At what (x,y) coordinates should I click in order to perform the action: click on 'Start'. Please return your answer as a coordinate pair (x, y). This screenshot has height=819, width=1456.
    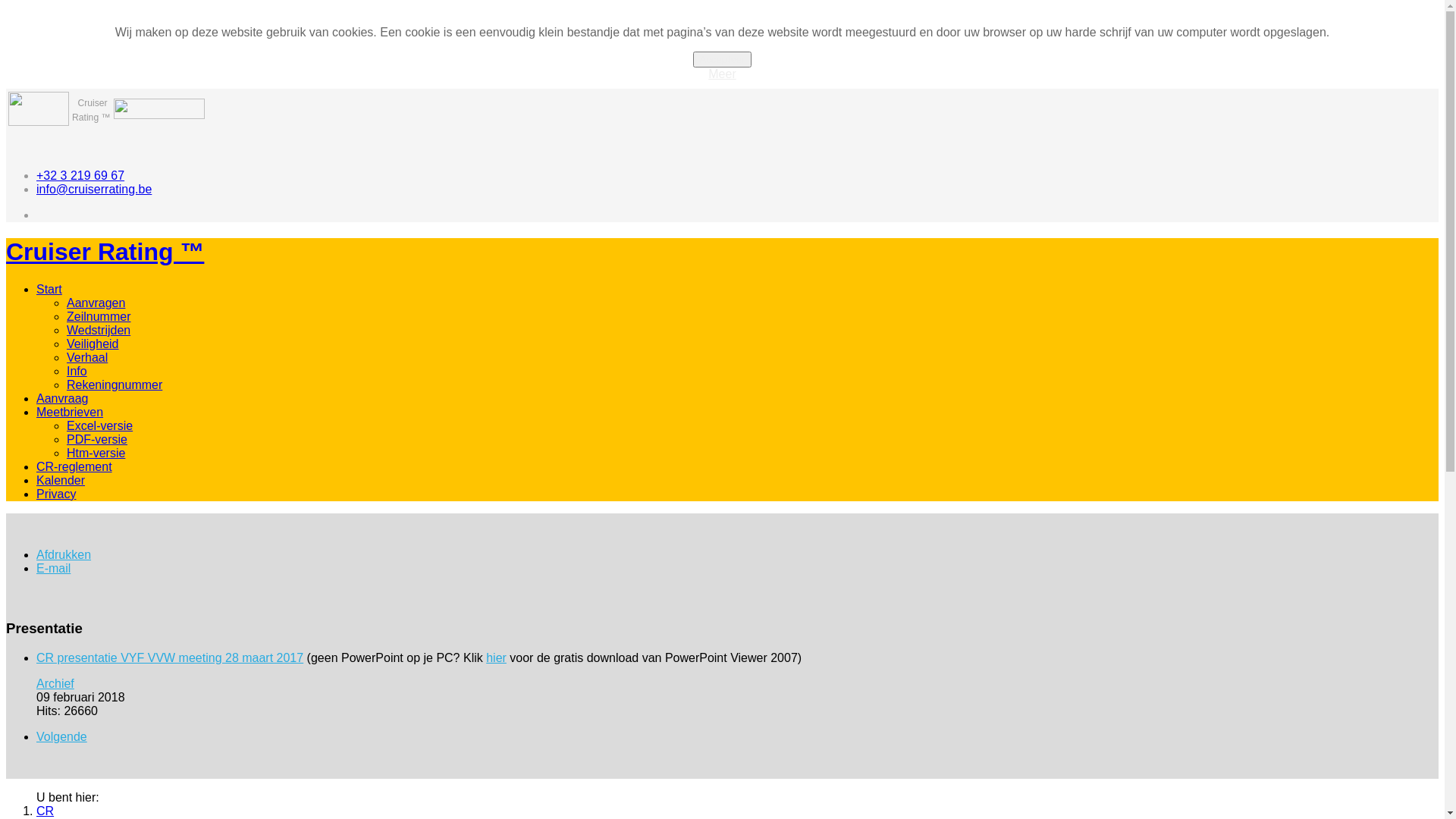
    Looking at the image, I should click on (49, 289).